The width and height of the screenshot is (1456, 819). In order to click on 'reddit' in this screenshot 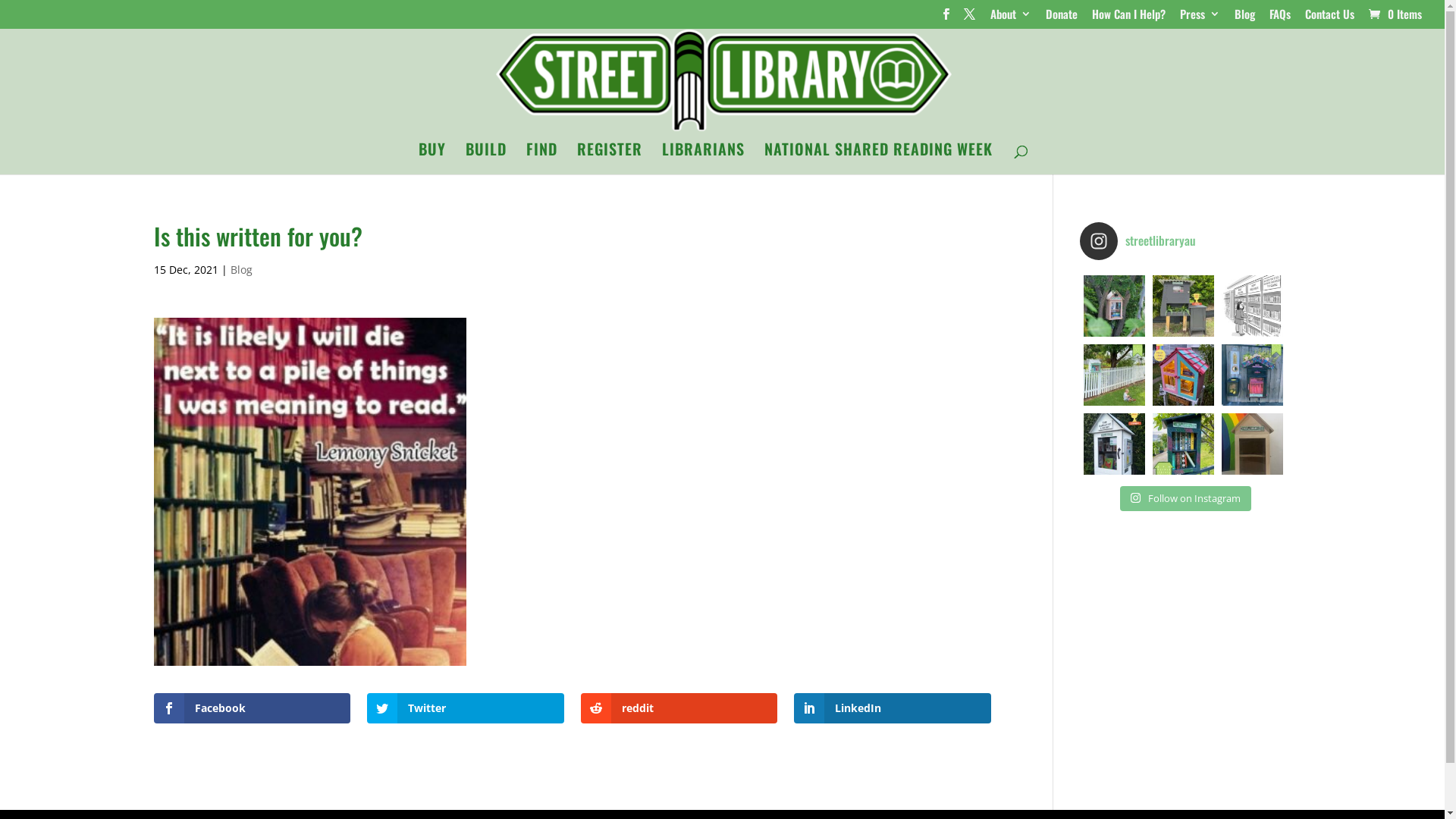, I will do `click(679, 708)`.